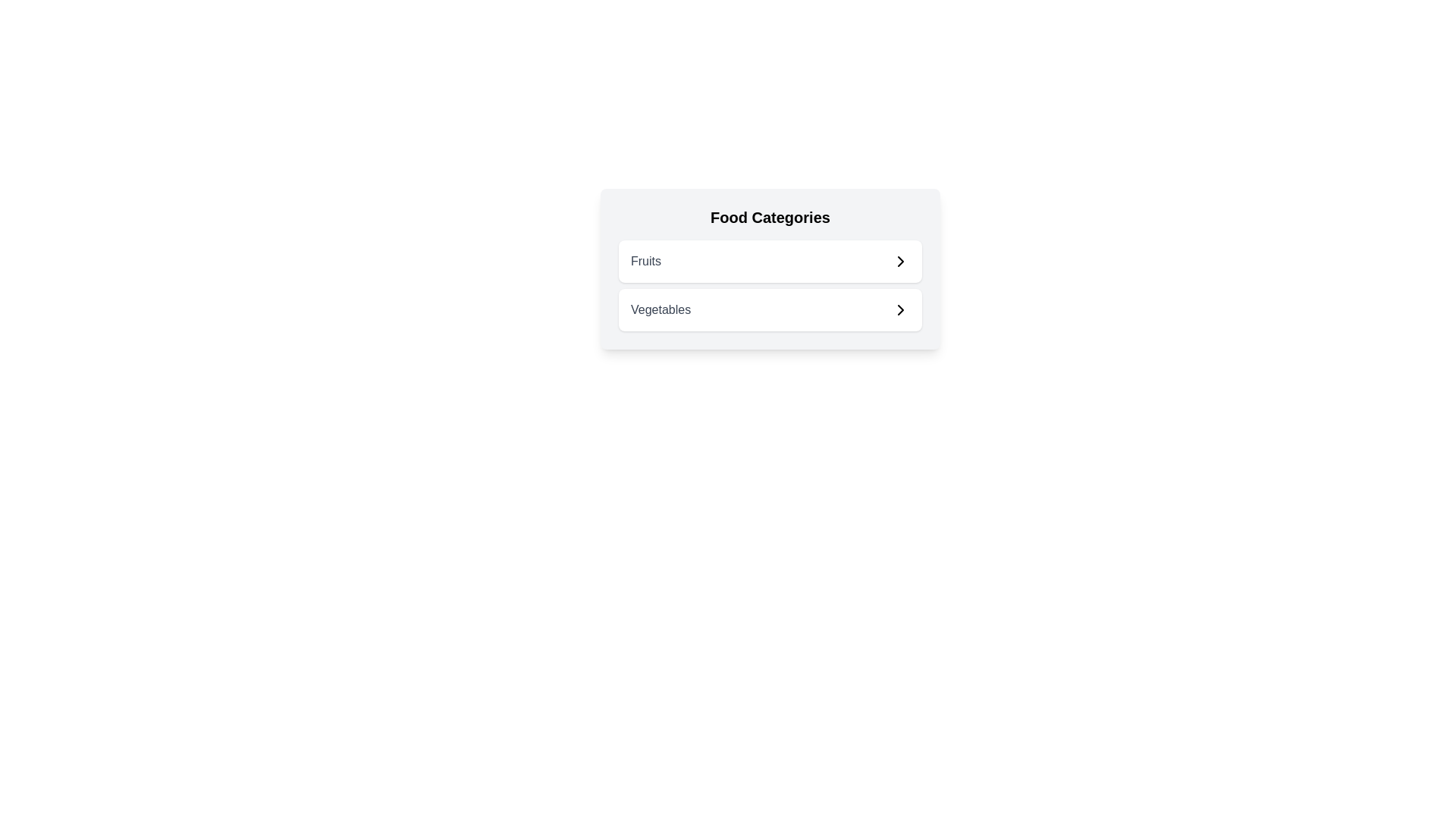  What do you see at coordinates (901, 309) in the screenshot?
I see `the IconButton located to the far right of the 'Vegetables' text label in the 'Vegetables' row of the food category interface` at bounding box center [901, 309].